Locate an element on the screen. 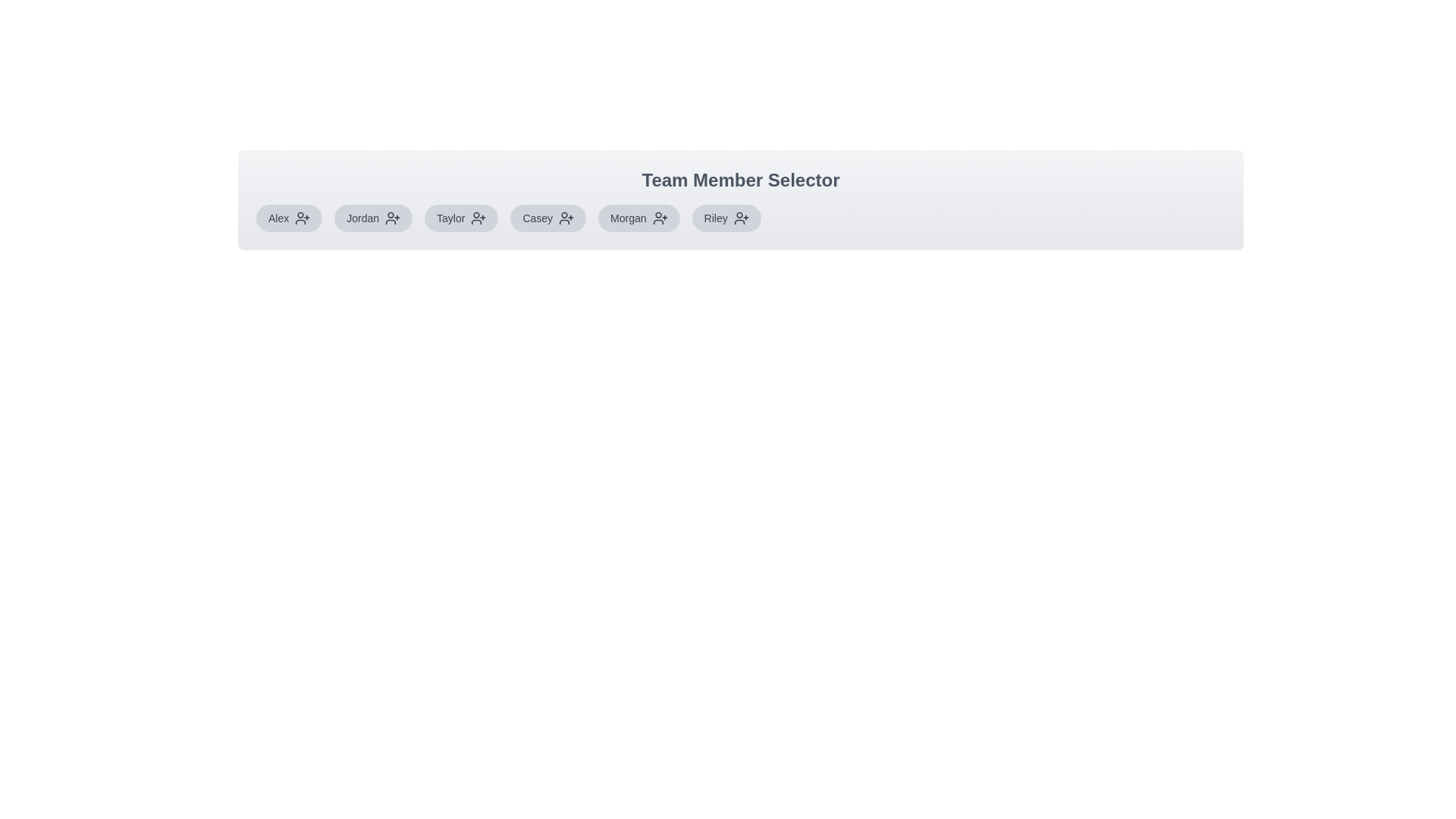  the team member Jordan to observe hover styles is located at coordinates (372, 218).